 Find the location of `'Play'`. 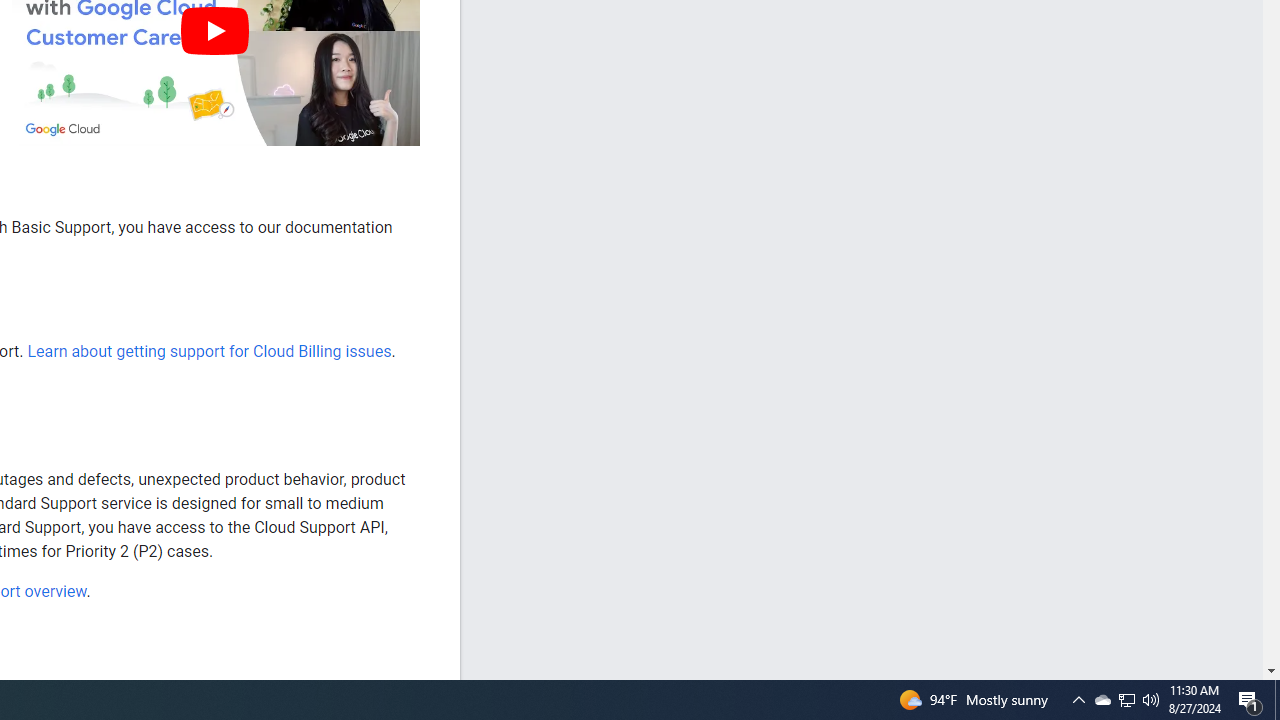

'Play' is located at coordinates (215, 30).